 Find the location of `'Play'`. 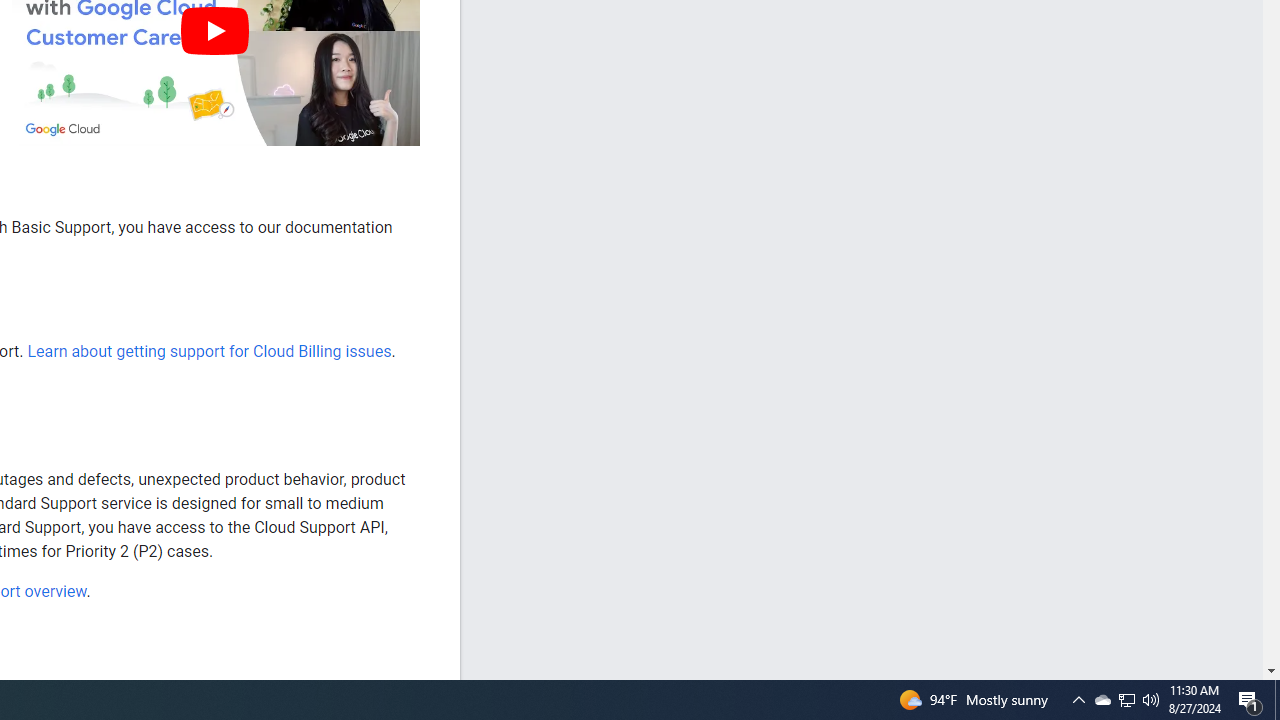

'Play' is located at coordinates (215, 30).